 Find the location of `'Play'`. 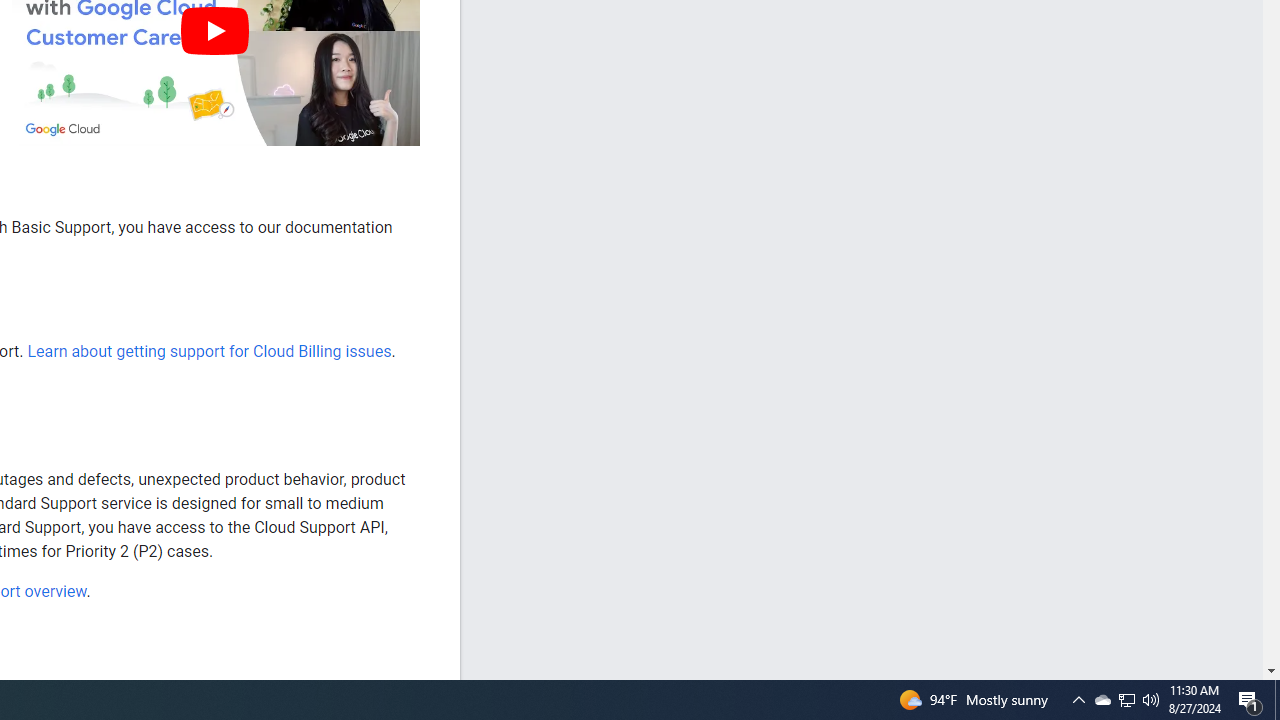

'Play' is located at coordinates (215, 30).